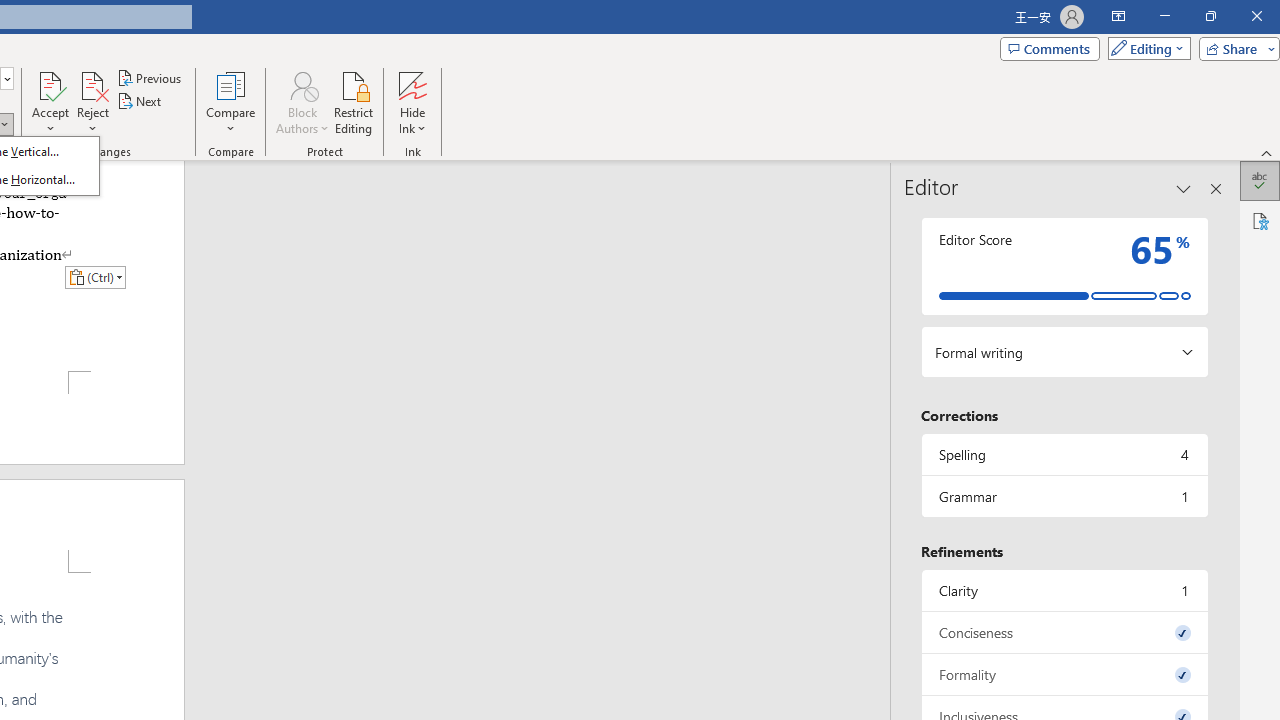  Describe the element at coordinates (1063, 589) in the screenshot. I see `'Clarity, 1 issue. Press space or enter to review items.'` at that location.